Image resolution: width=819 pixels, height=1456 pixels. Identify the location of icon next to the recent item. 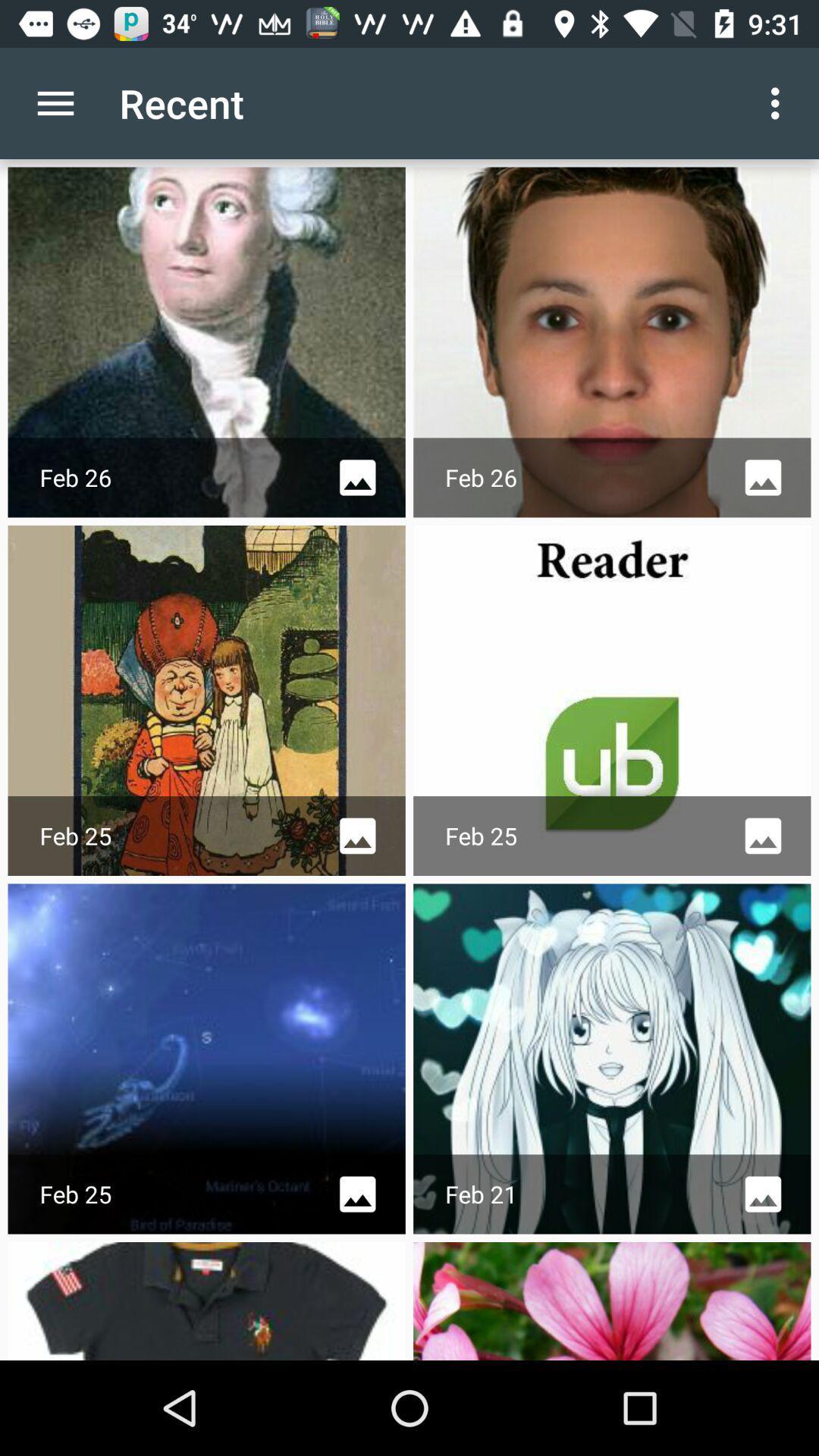
(779, 102).